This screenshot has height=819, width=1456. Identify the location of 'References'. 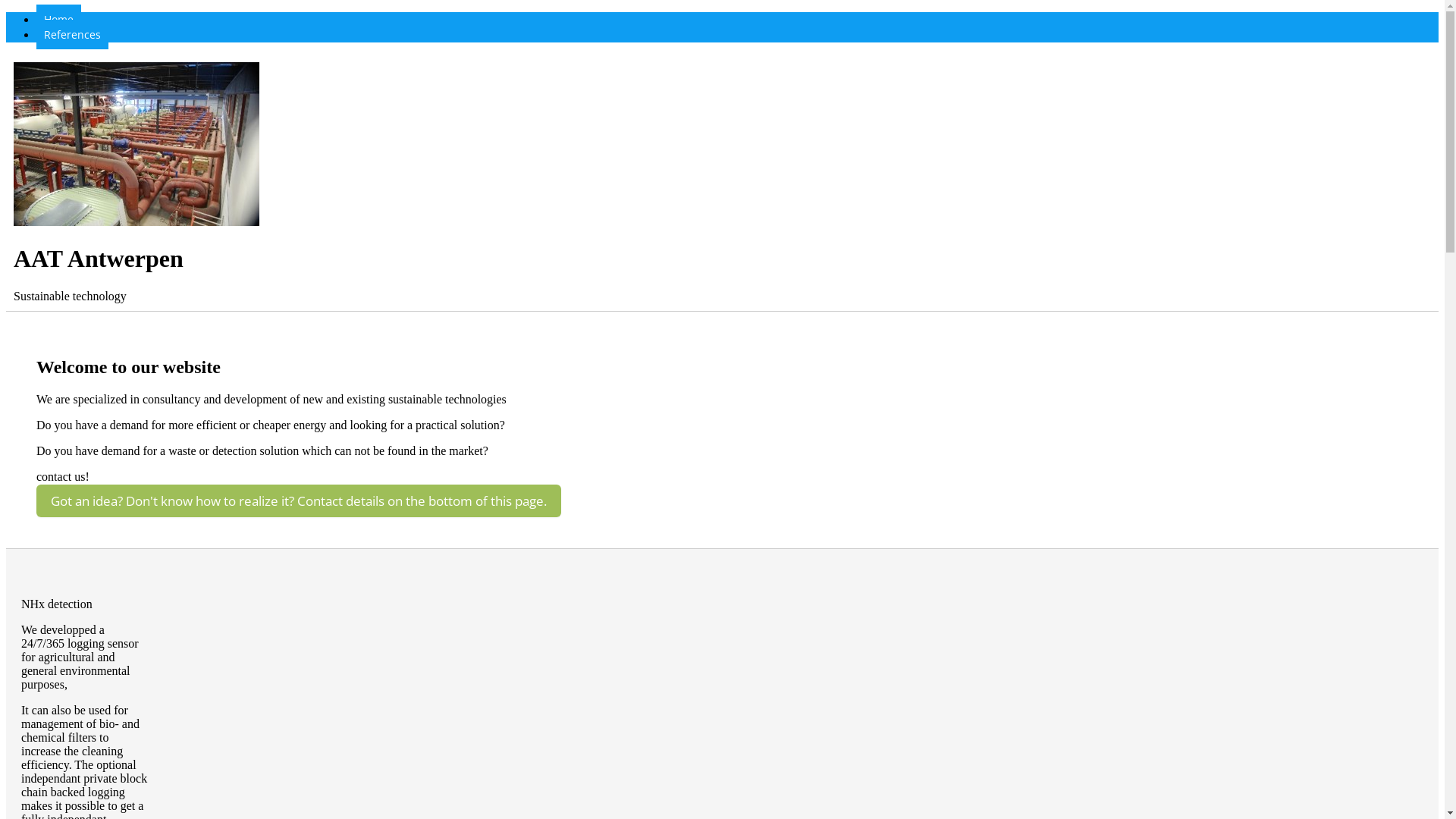
(71, 34).